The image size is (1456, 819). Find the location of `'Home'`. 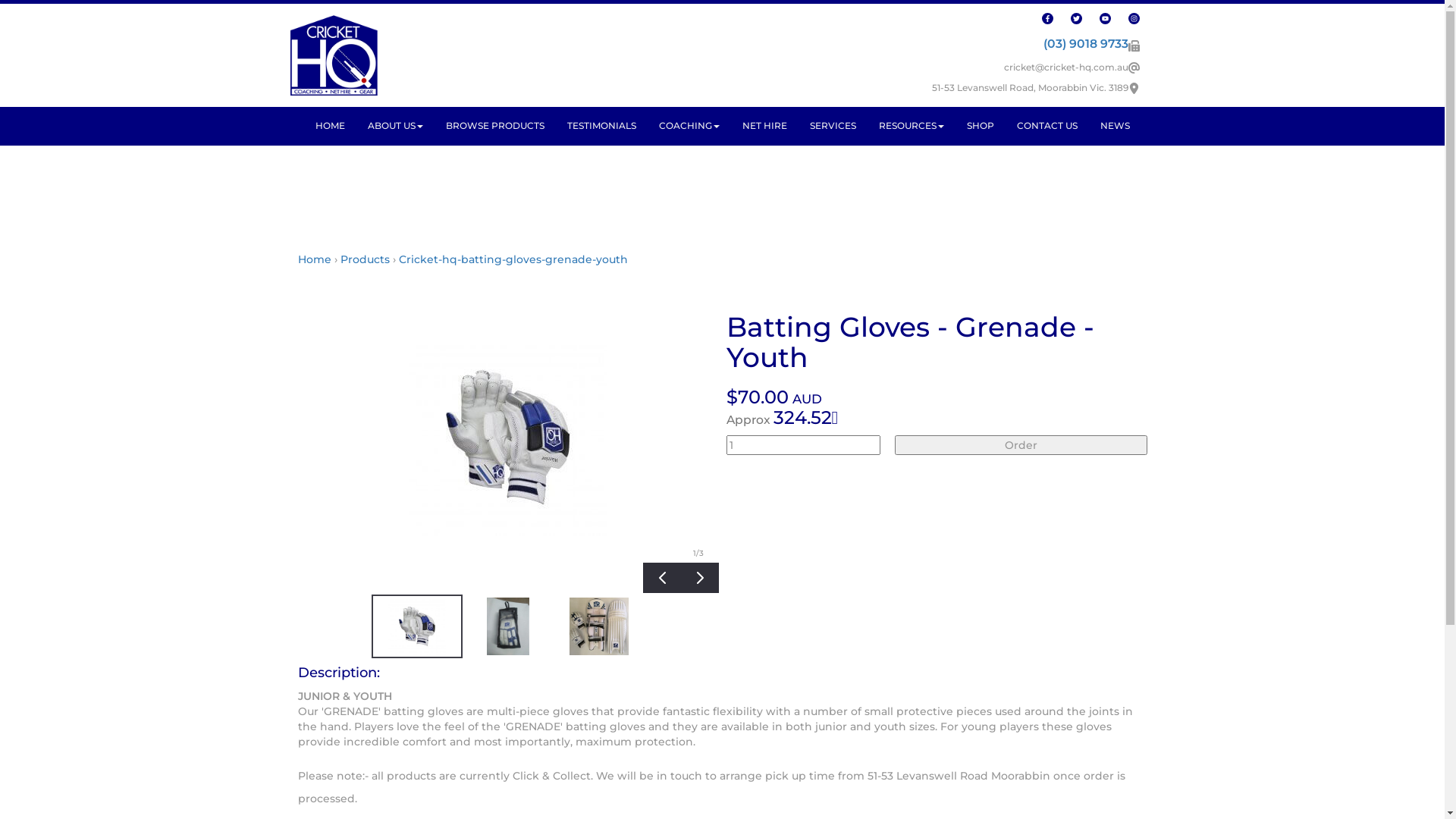

'Home' is located at coordinates (312, 259).